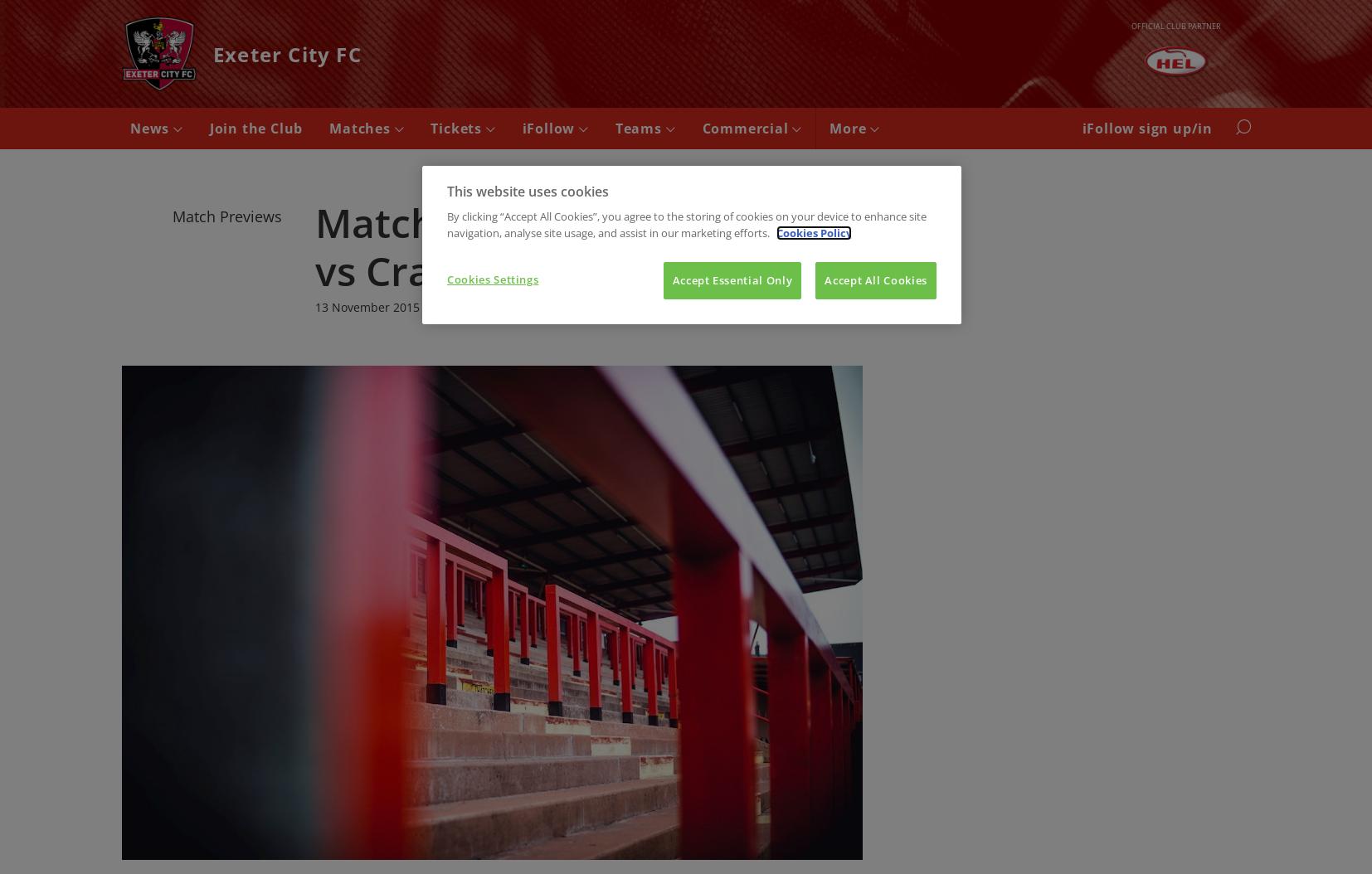 This screenshot has height=874, width=1372. Describe the element at coordinates (640, 129) in the screenshot. I see `'Teams'` at that location.